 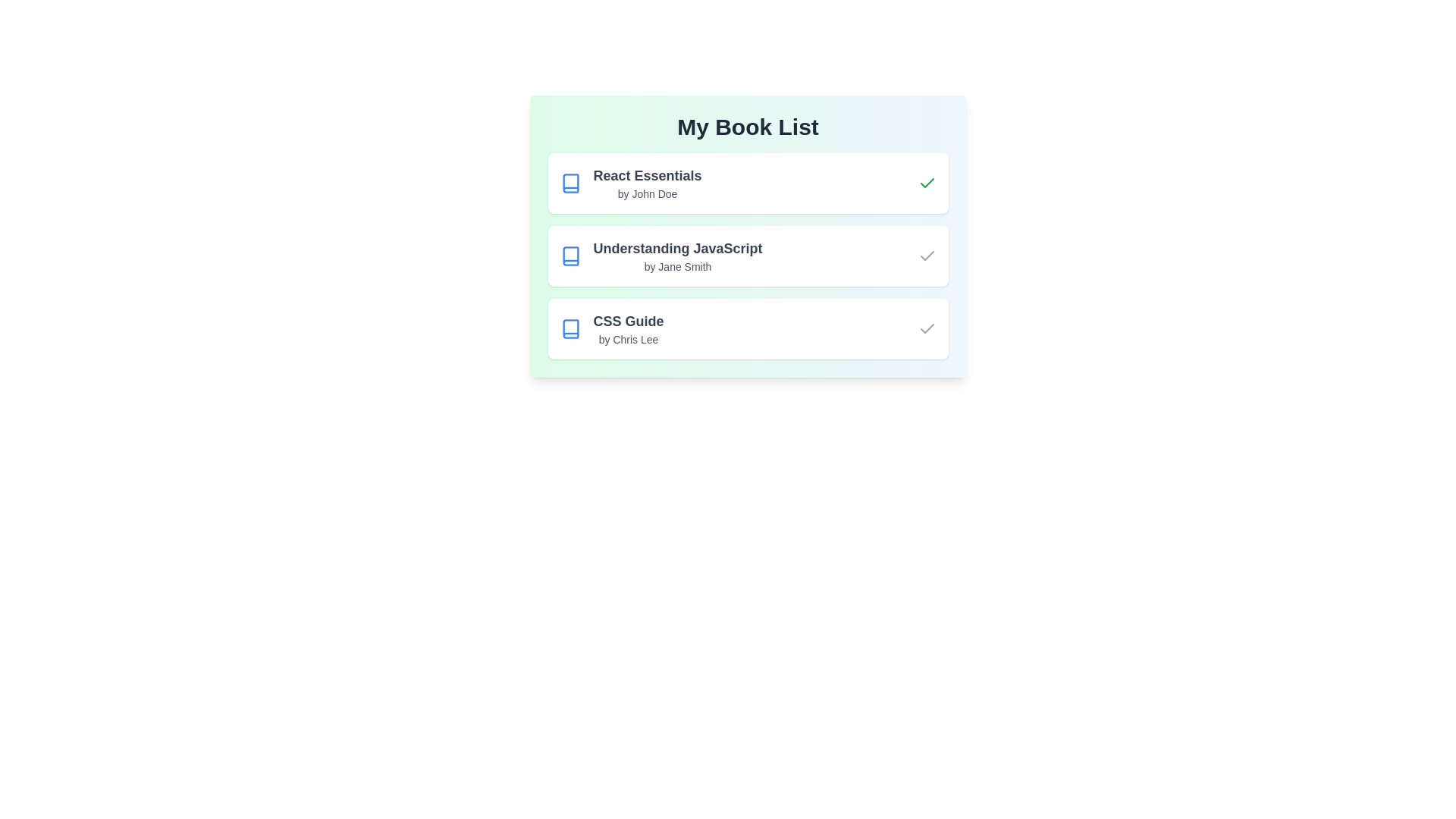 I want to click on the icon next to the book title to inspect it, so click(x=570, y=183).